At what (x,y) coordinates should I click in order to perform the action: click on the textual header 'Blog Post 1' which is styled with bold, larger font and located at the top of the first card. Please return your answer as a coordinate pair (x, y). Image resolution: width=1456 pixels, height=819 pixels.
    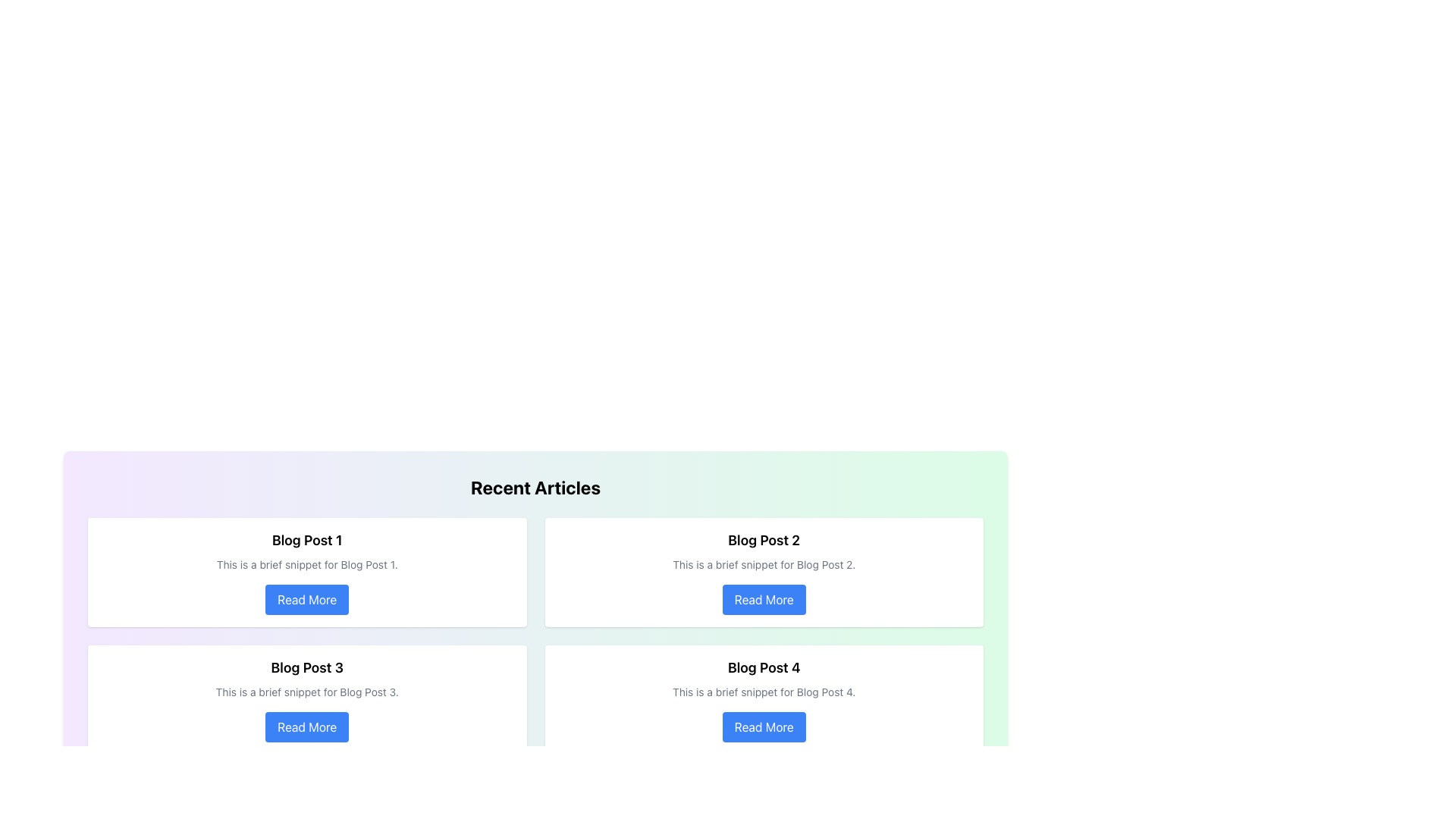
    Looking at the image, I should click on (306, 540).